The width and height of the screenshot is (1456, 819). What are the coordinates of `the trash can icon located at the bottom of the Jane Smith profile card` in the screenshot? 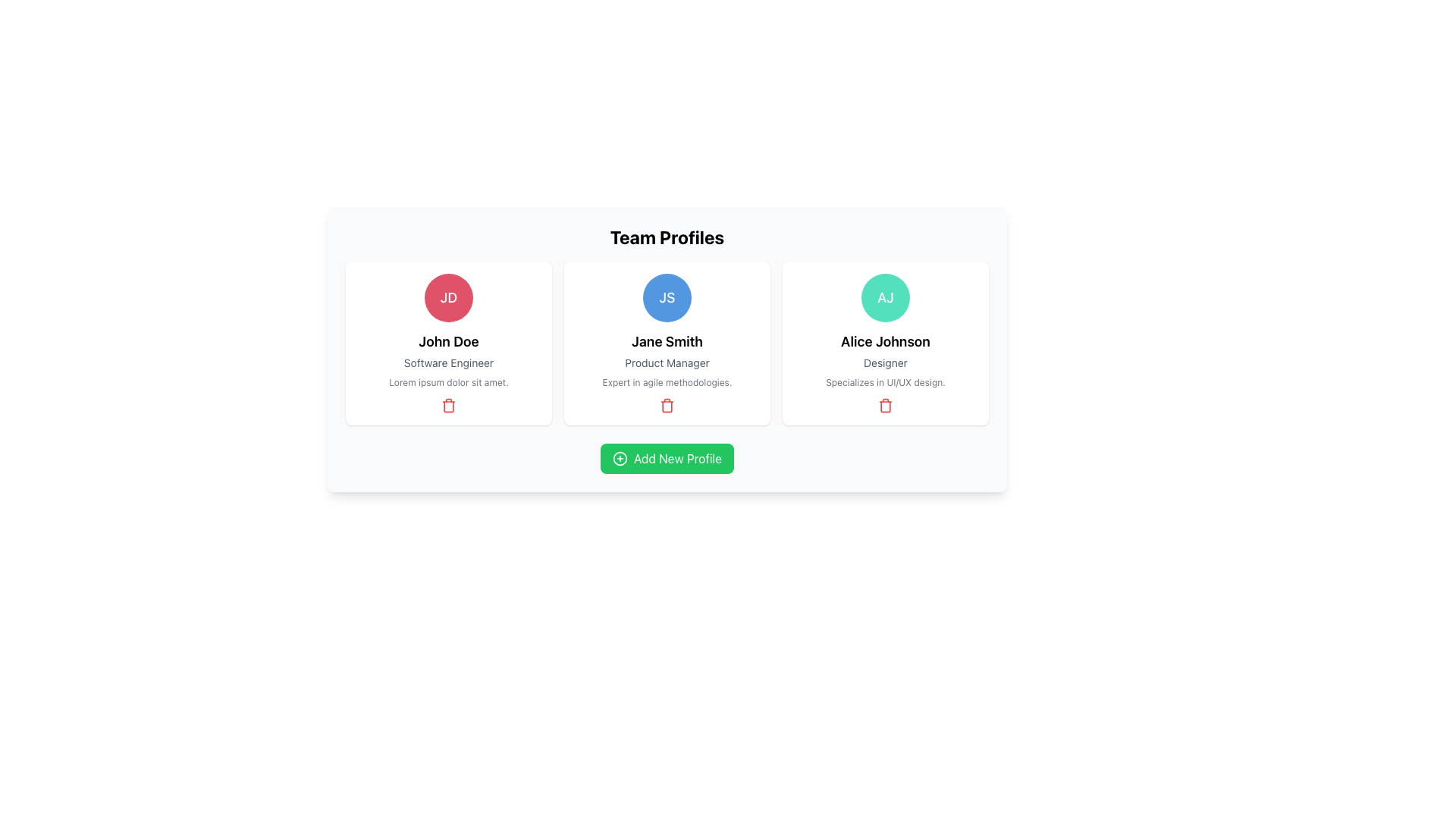 It's located at (667, 405).